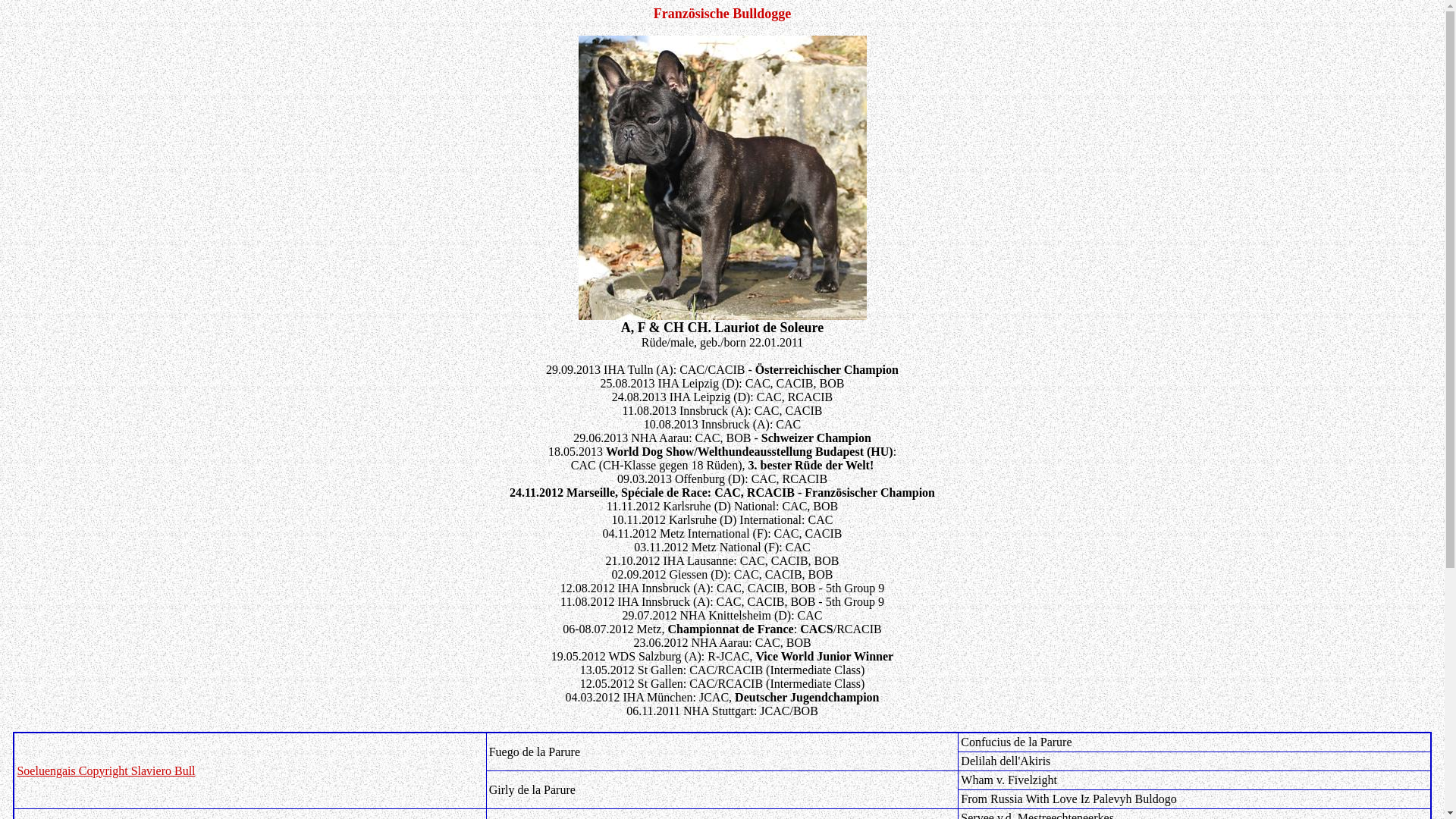 The height and width of the screenshot is (819, 1456). What do you see at coordinates (105, 770) in the screenshot?
I see `'Soeluengais Copyright Slaviero Bull'` at bounding box center [105, 770].